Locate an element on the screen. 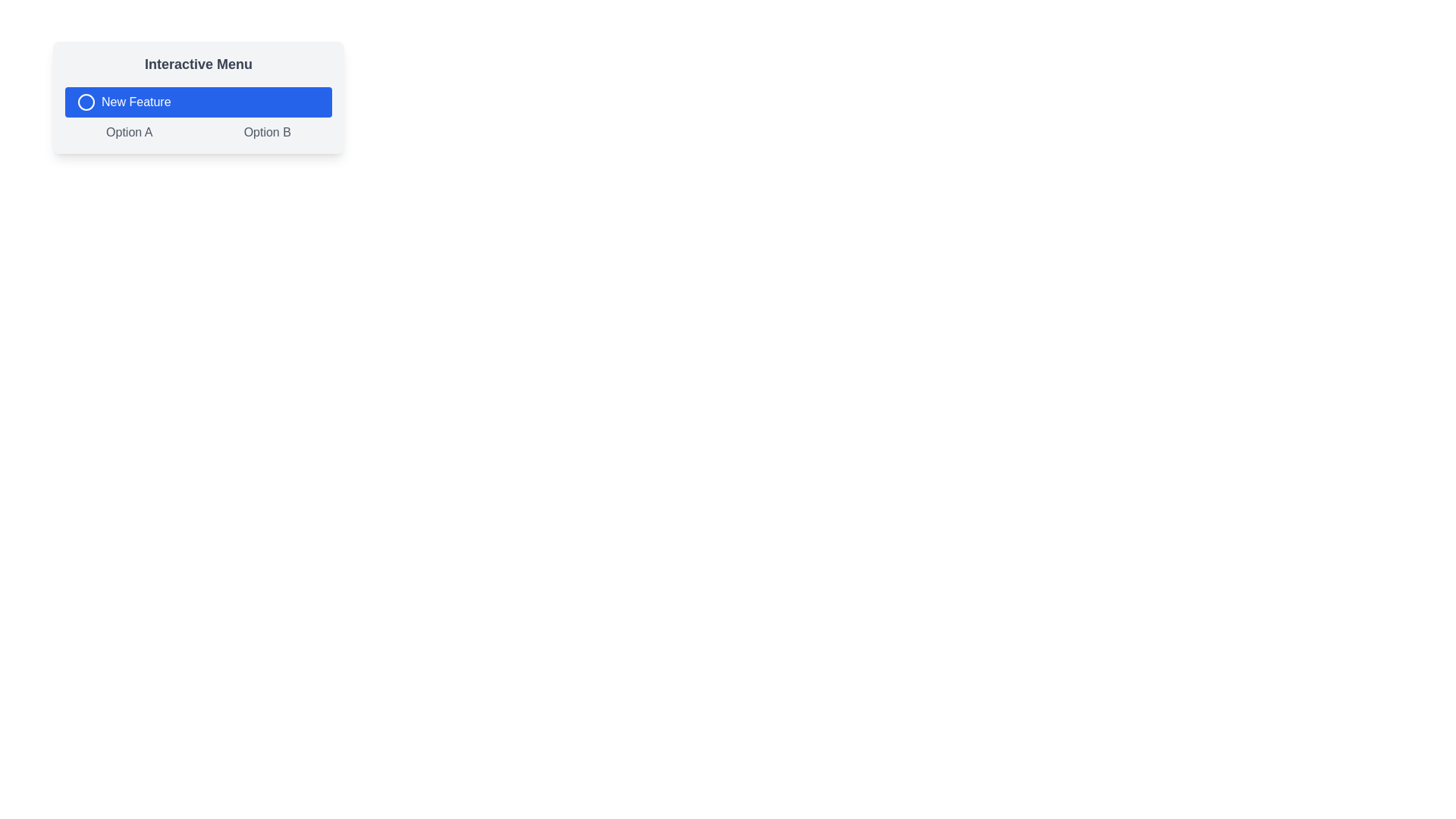 The image size is (1456, 819). the interactive text link labeled 'Option A' is located at coordinates (129, 131).